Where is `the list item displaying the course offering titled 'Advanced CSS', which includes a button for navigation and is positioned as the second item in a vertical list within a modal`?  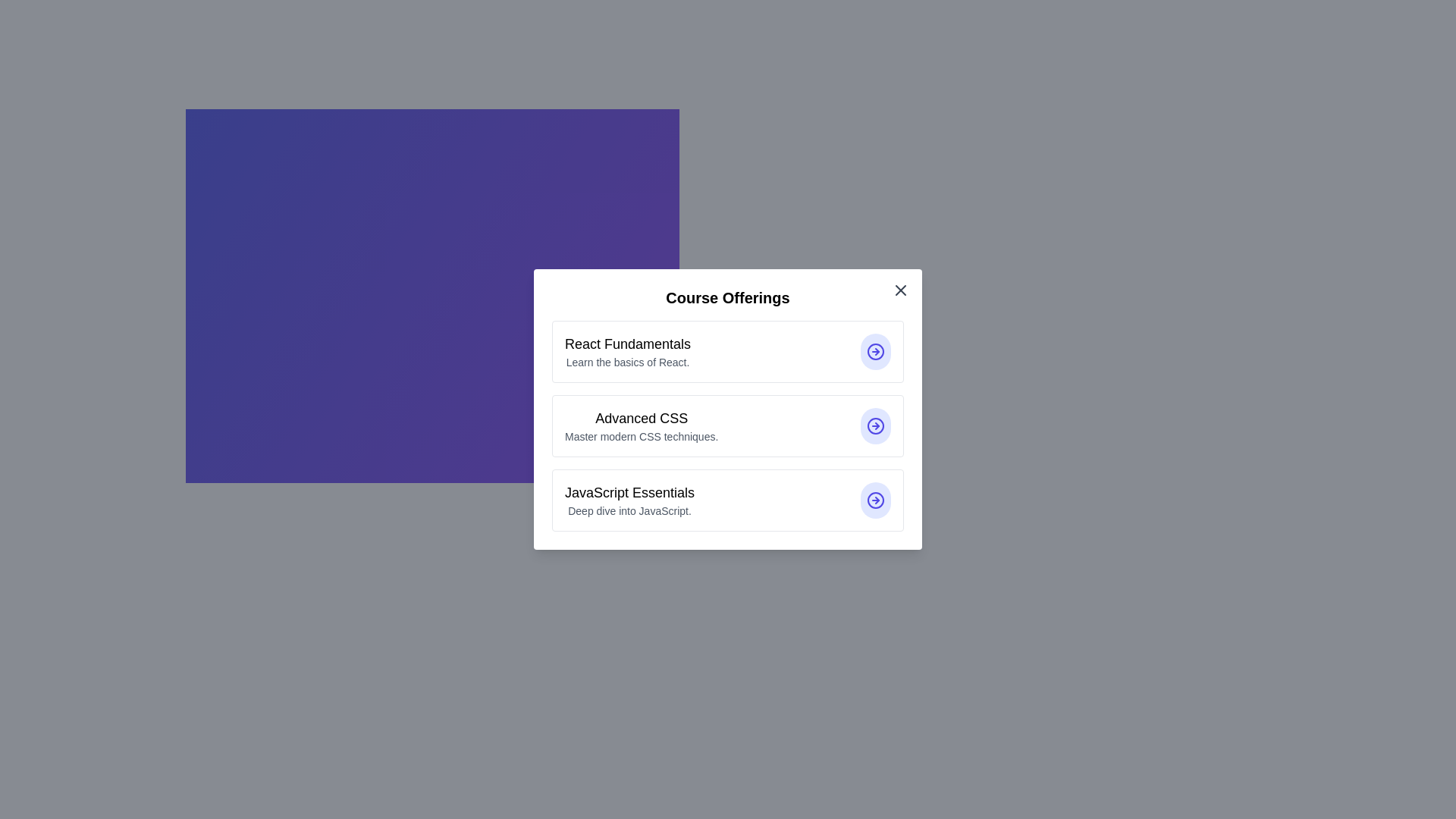 the list item displaying the course offering titled 'Advanced CSS', which includes a button for navigation and is positioned as the second item in a vertical list within a modal is located at coordinates (728, 409).